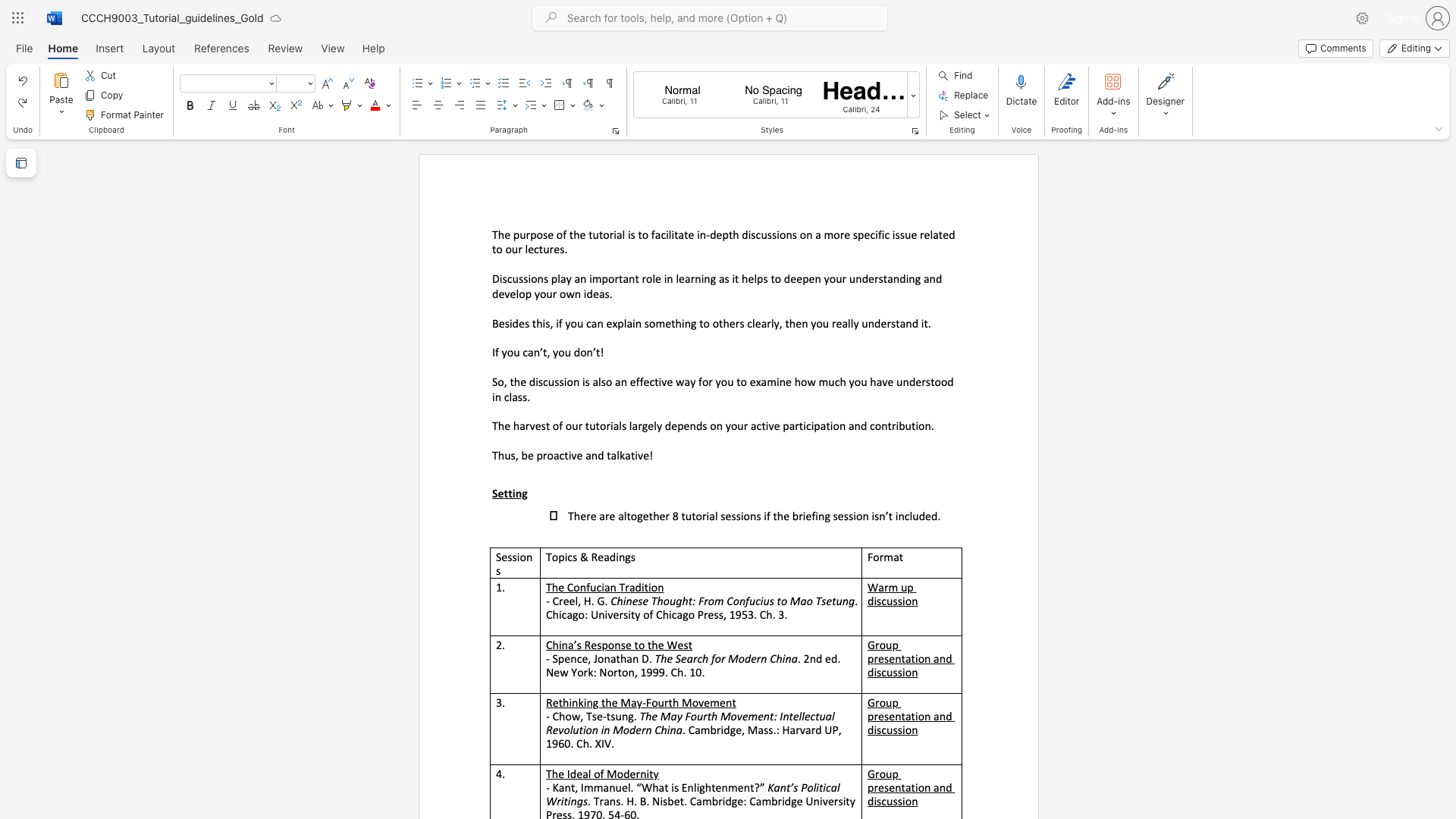 The width and height of the screenshot is (1456, 819). What do you see at coordinates (543, 381) in the screenshot?
I see `the subset text "cussion is also an effective way for you to exami" within the text "So, the discussion is also an effective way for you to examine how much you have understood in class."` at bounding box center [543, 381].